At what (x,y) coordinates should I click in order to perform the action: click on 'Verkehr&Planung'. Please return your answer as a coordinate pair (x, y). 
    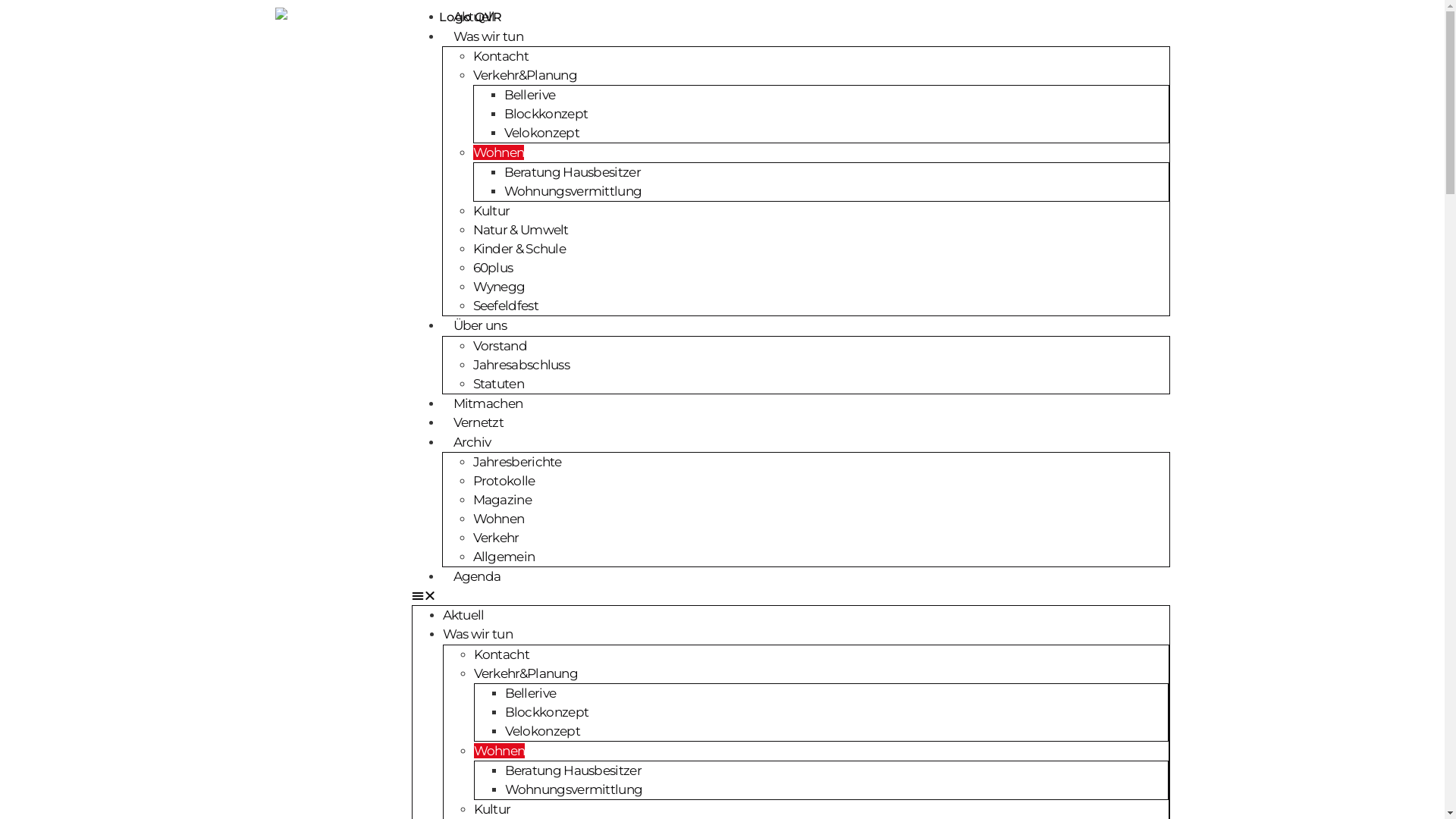
    Looking at the image, I should click on (472, 75).